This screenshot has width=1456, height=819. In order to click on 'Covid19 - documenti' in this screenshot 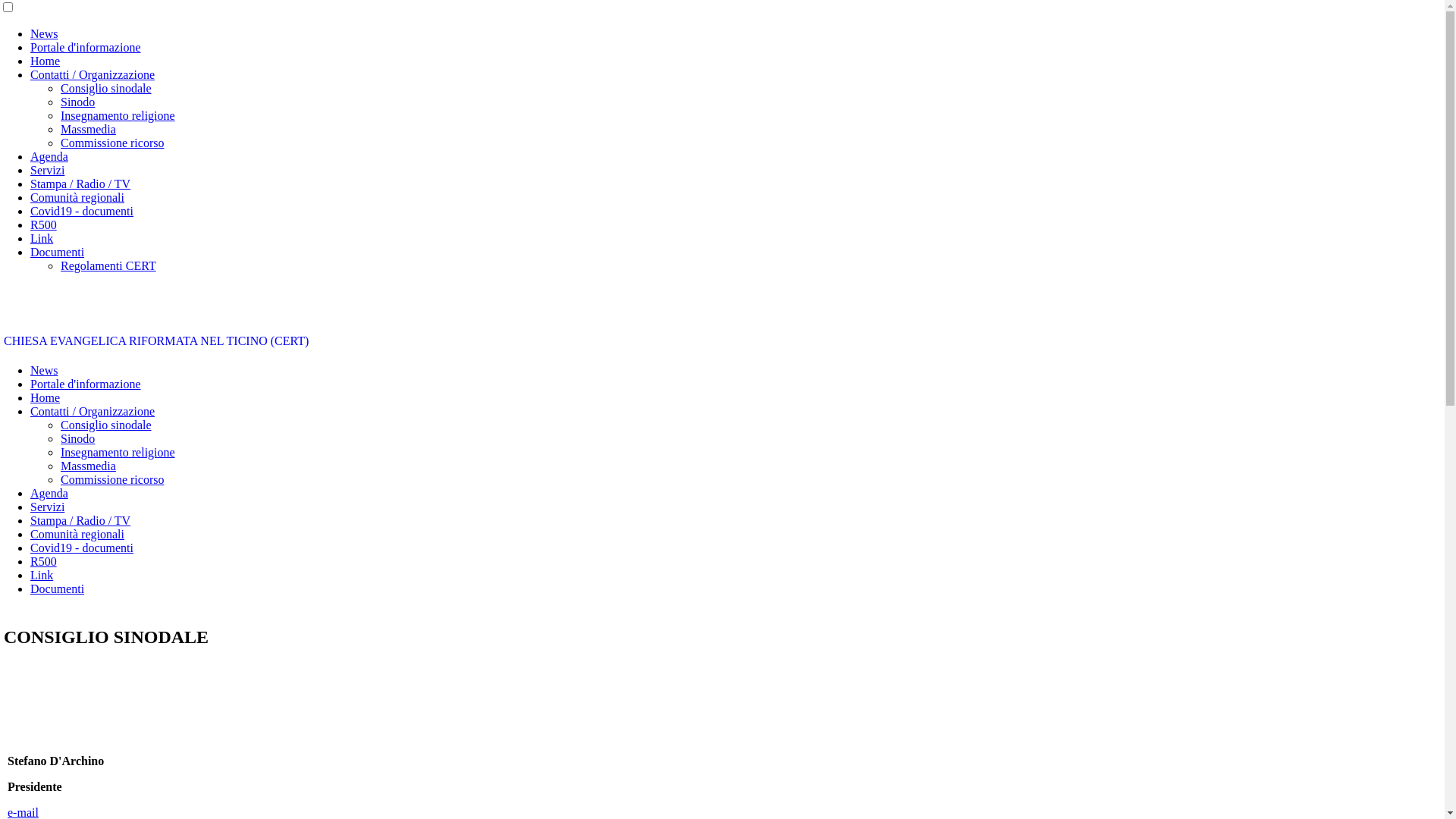, I will do `click(80, 548)`.